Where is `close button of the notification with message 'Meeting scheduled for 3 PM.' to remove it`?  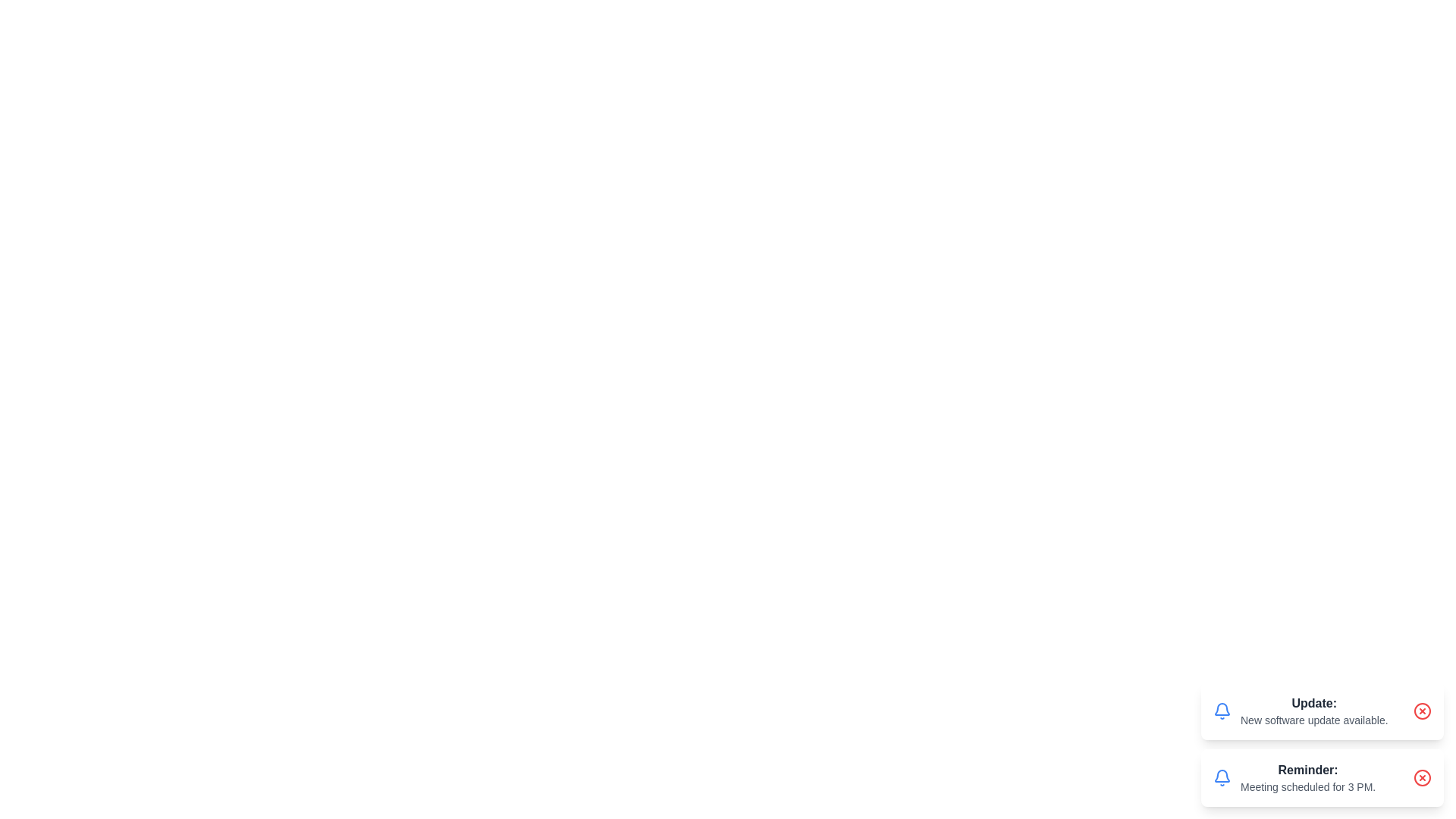 close button of the notification with message 'Meeting scheduled for 3 PM.' to remove it is located at coordinates (1422, 778).